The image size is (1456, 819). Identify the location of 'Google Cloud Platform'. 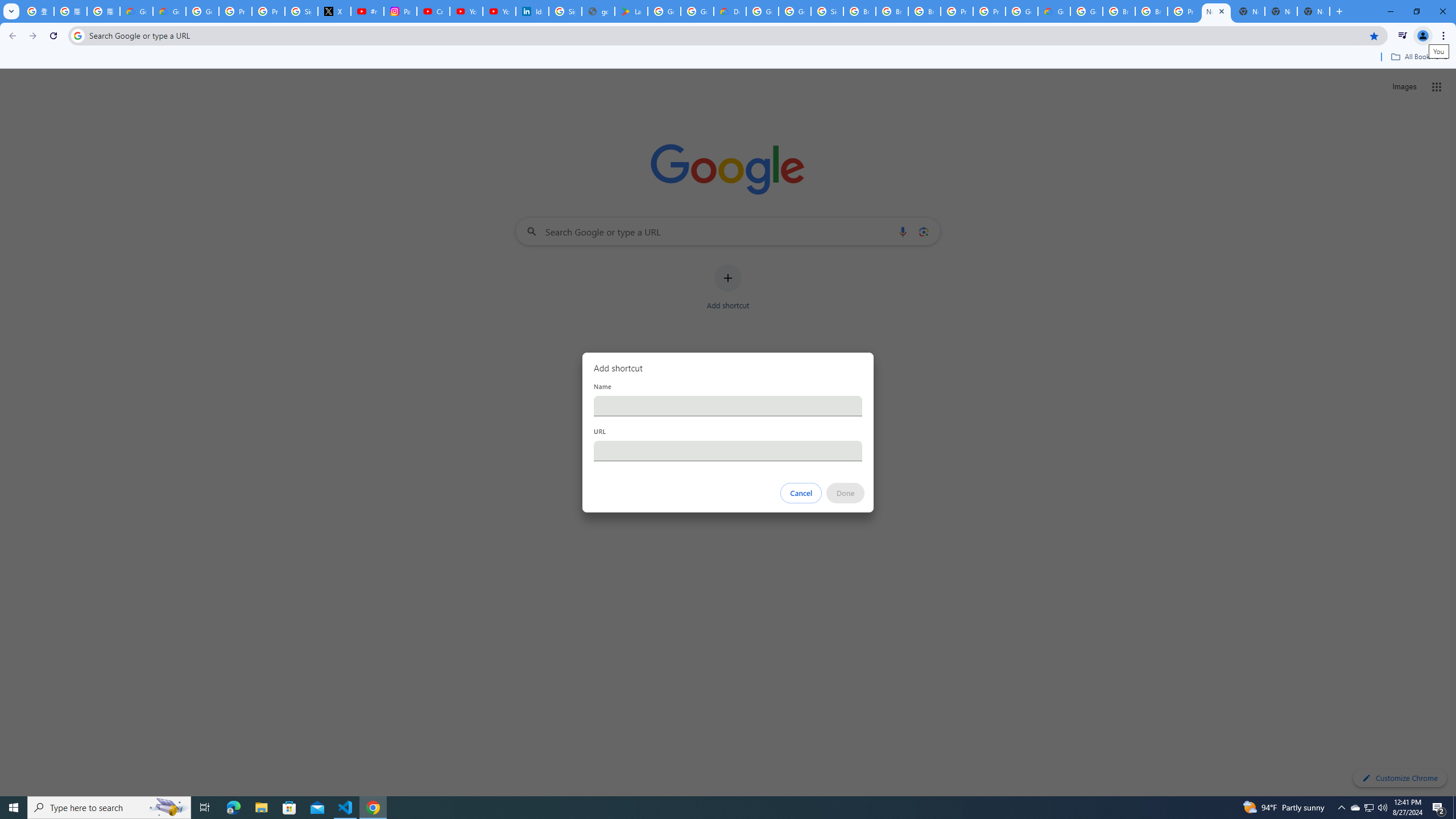
(1087, 11).